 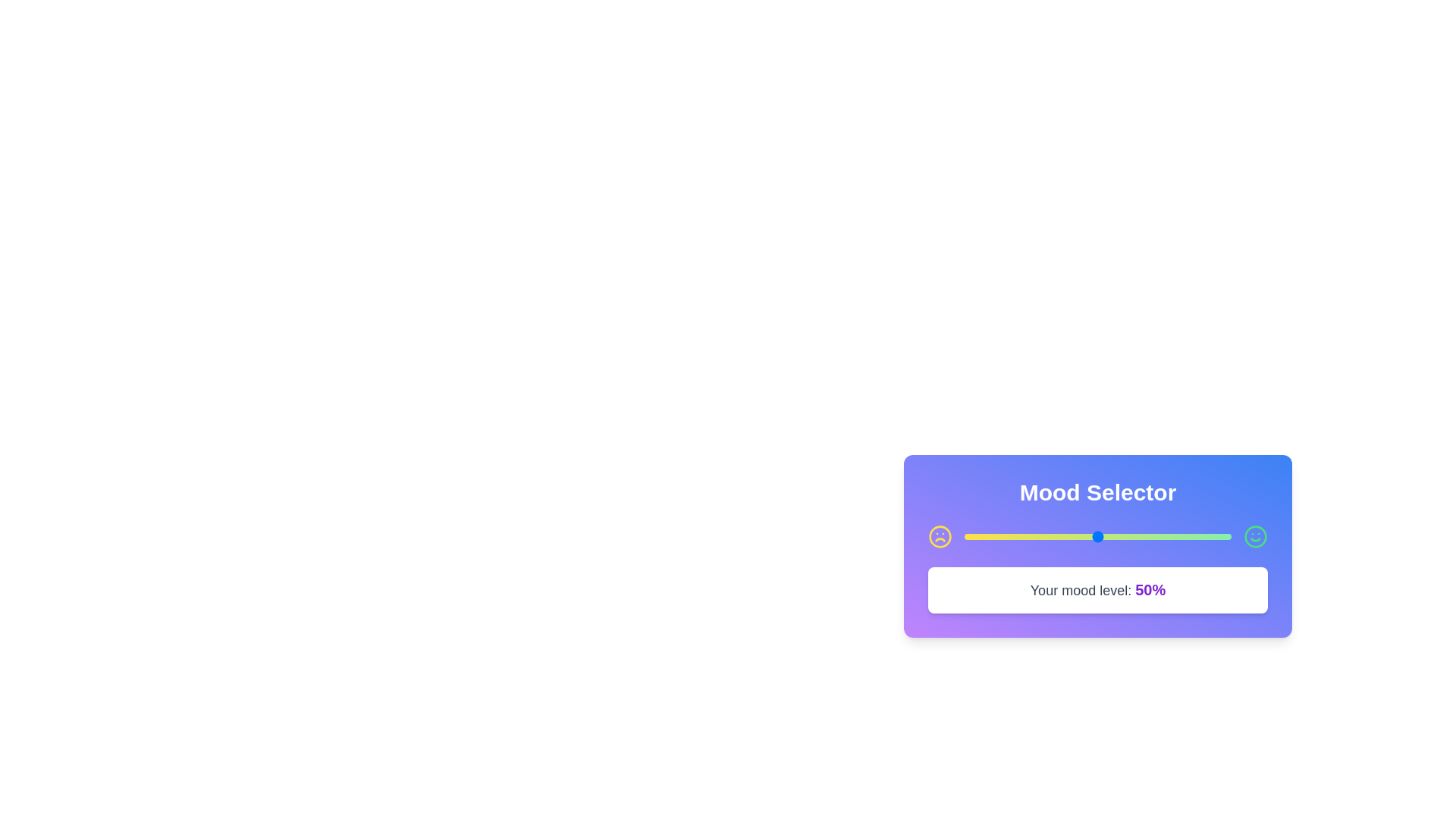 I want to click on the mood slider to set the mood value to 59, so click(x=1122, y=536).